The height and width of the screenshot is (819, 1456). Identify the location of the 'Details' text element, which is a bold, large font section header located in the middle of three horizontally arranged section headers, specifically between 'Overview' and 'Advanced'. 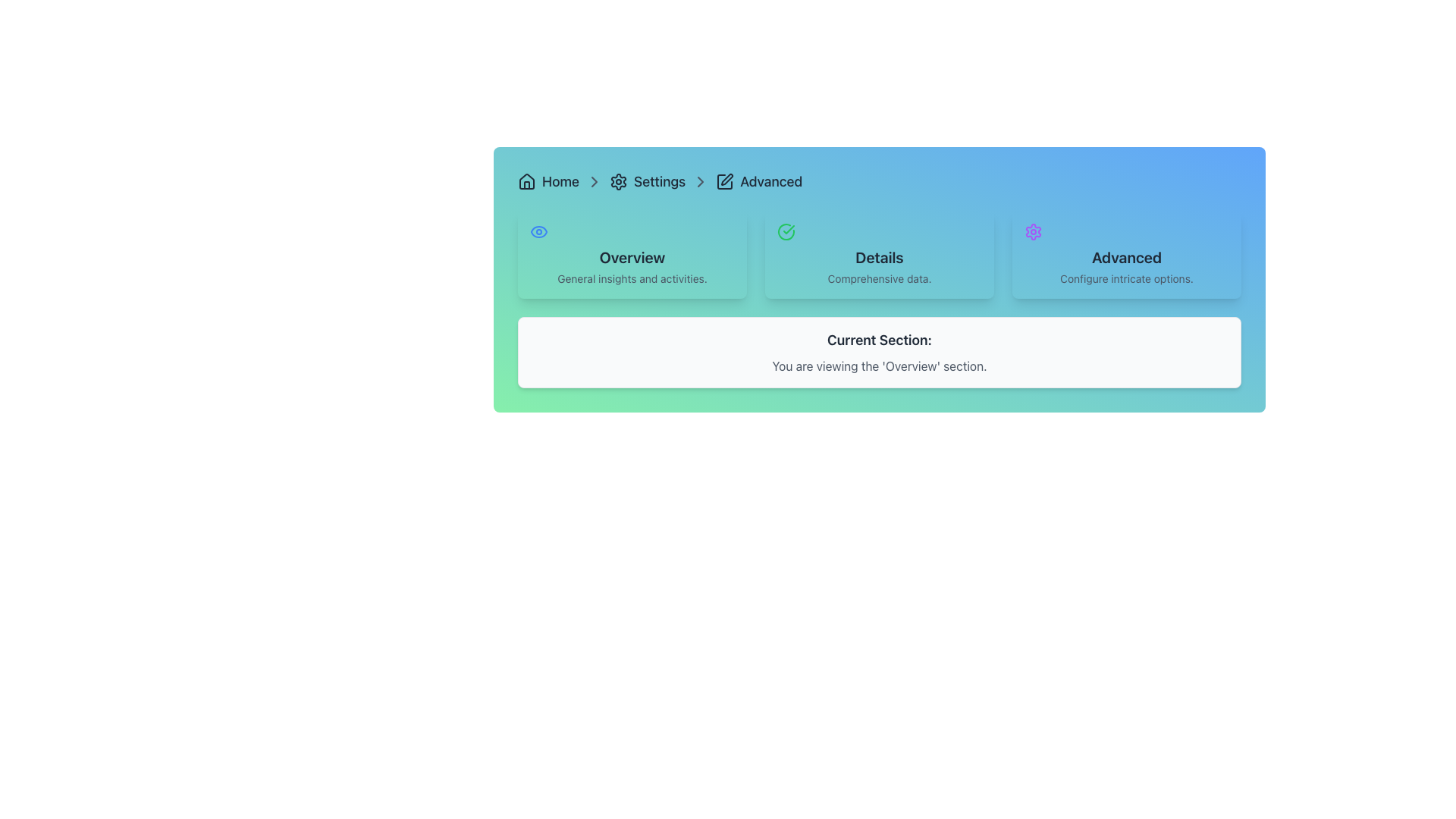
(880, 256).